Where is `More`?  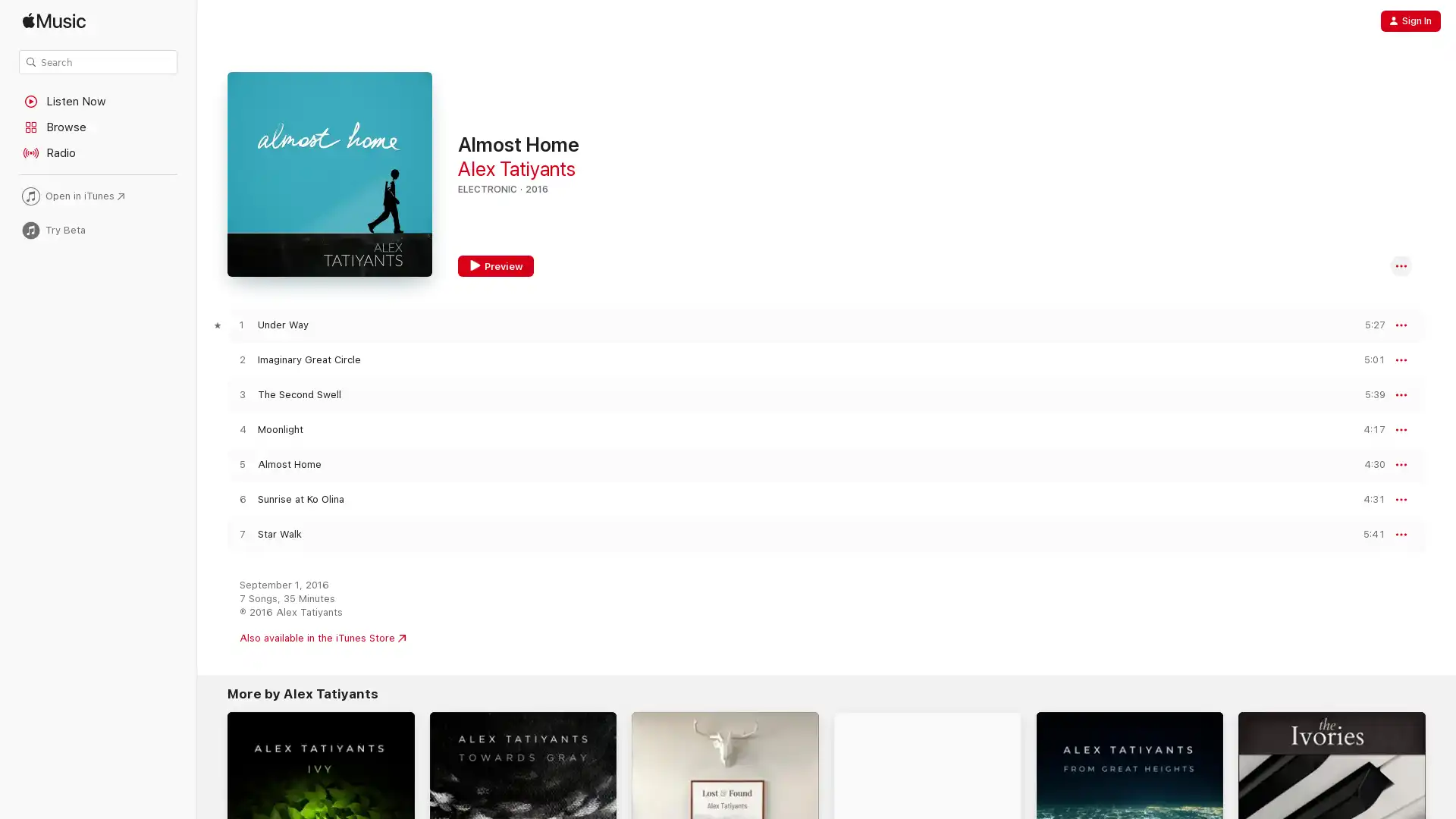
More is located at coordinates (1401, 265).